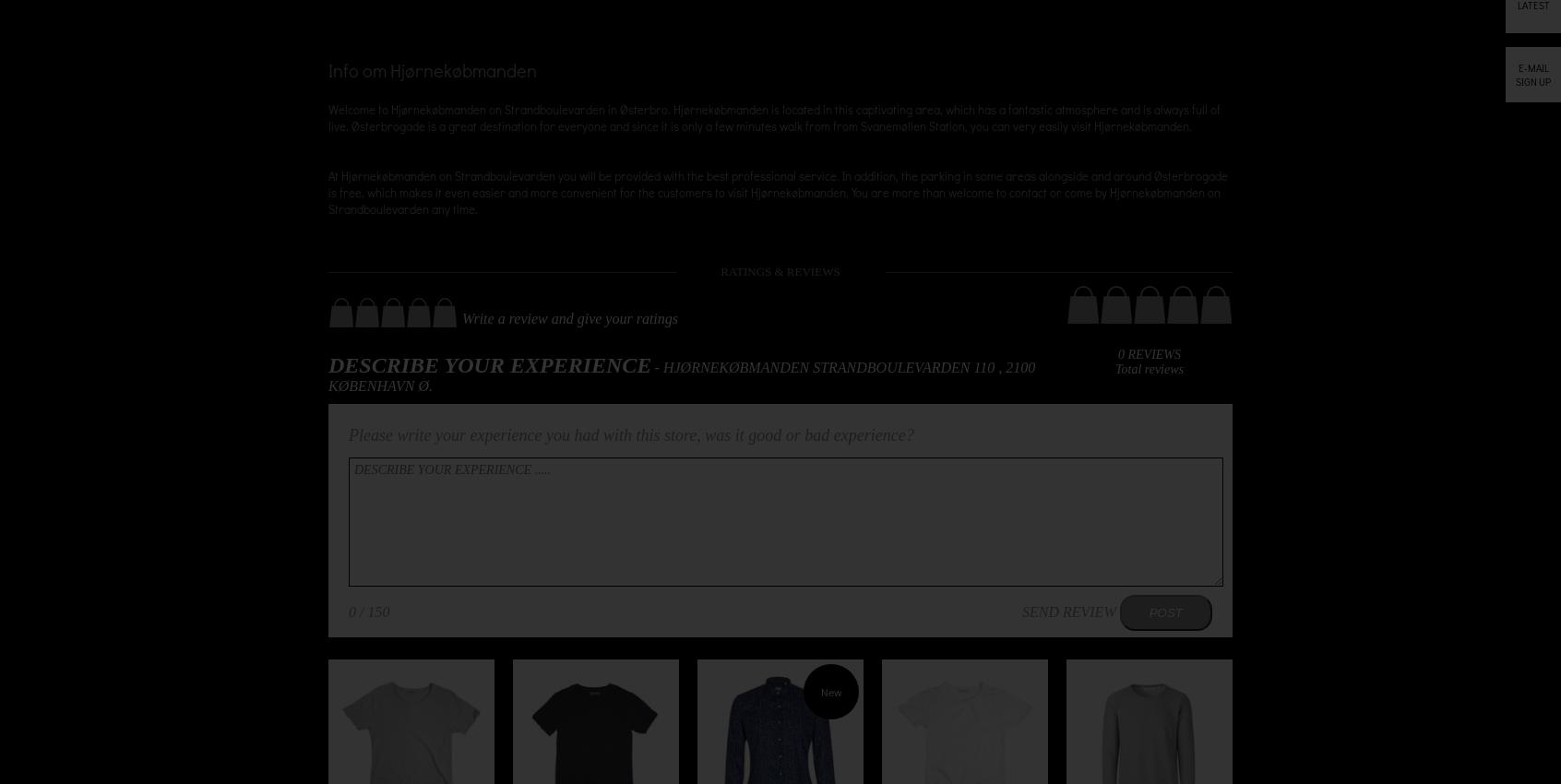 This screenshot has height=784, width=1561. What do you see at coordinates (1148, 612) in the screenshot?
I see `'POST'` at bounding box center [1148, 612].